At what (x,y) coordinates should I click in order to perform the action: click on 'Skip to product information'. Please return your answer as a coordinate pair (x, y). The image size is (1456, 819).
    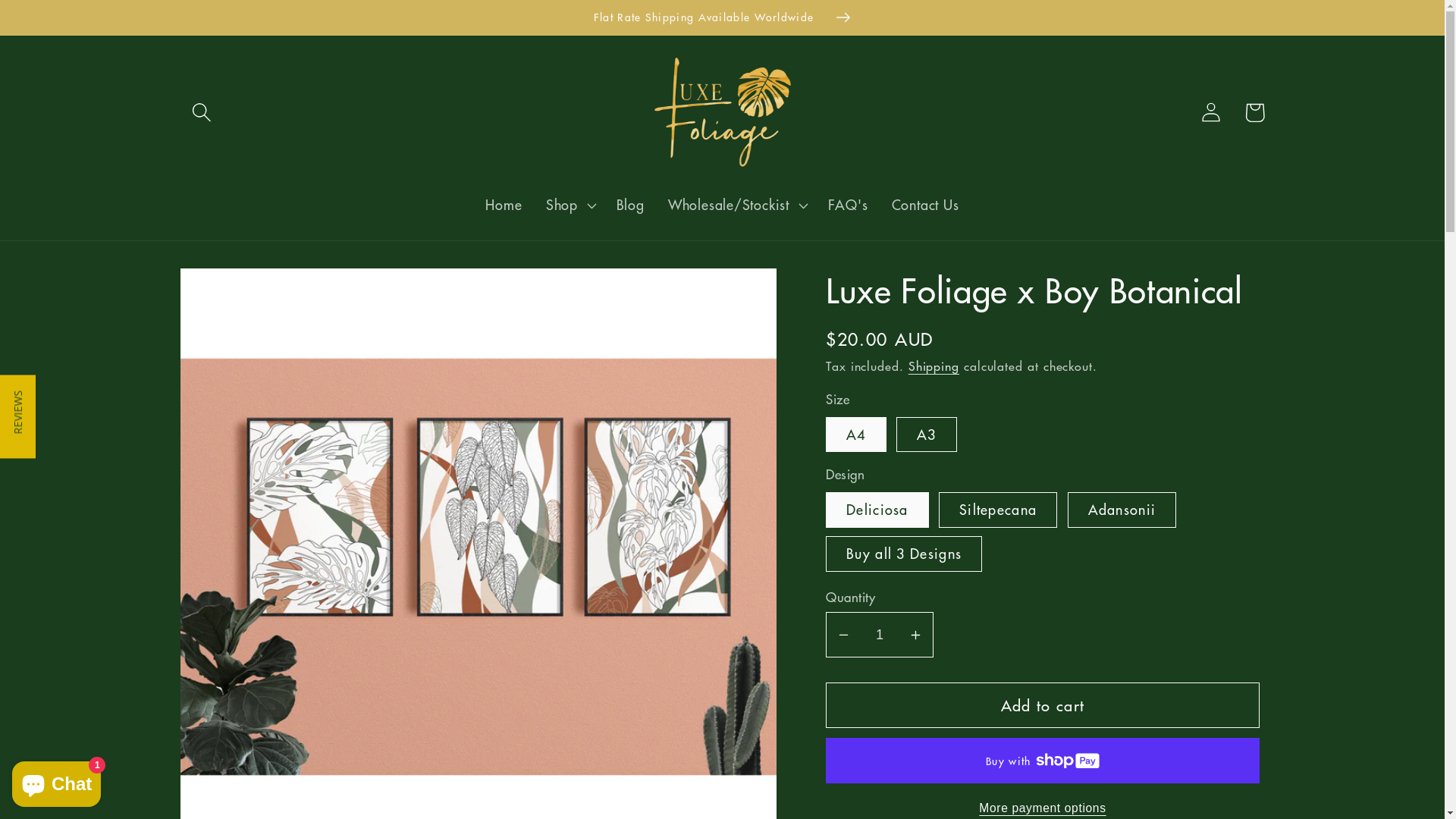
    Looking at the image, I should click on (238, 290).